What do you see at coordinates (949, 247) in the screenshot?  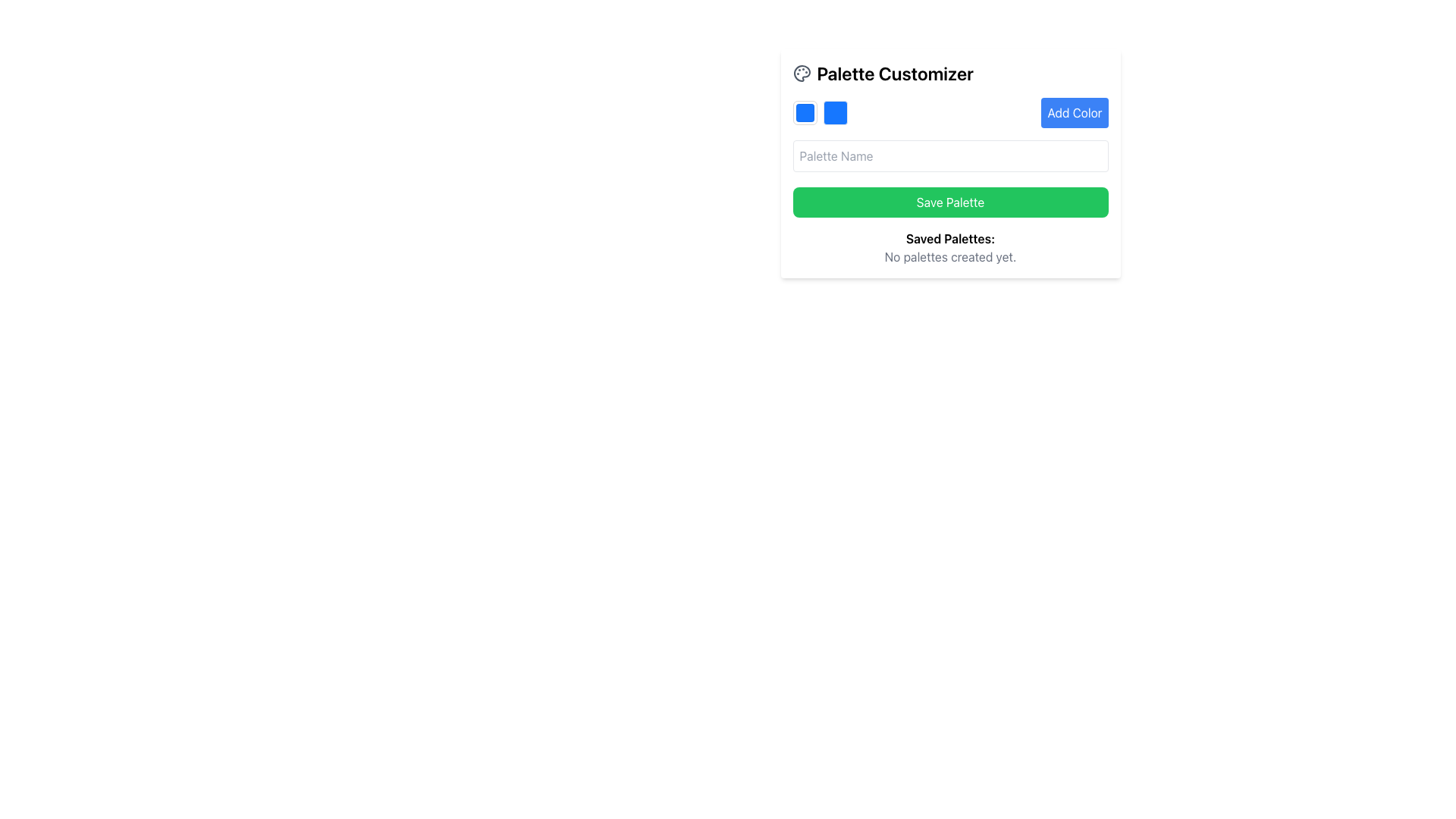 I see `the text element that reads 'Saved Palettes:' and 'No palettes created yet.' at the bottom of the 'Palette Customizer' card` at bounding box center [949, 247].